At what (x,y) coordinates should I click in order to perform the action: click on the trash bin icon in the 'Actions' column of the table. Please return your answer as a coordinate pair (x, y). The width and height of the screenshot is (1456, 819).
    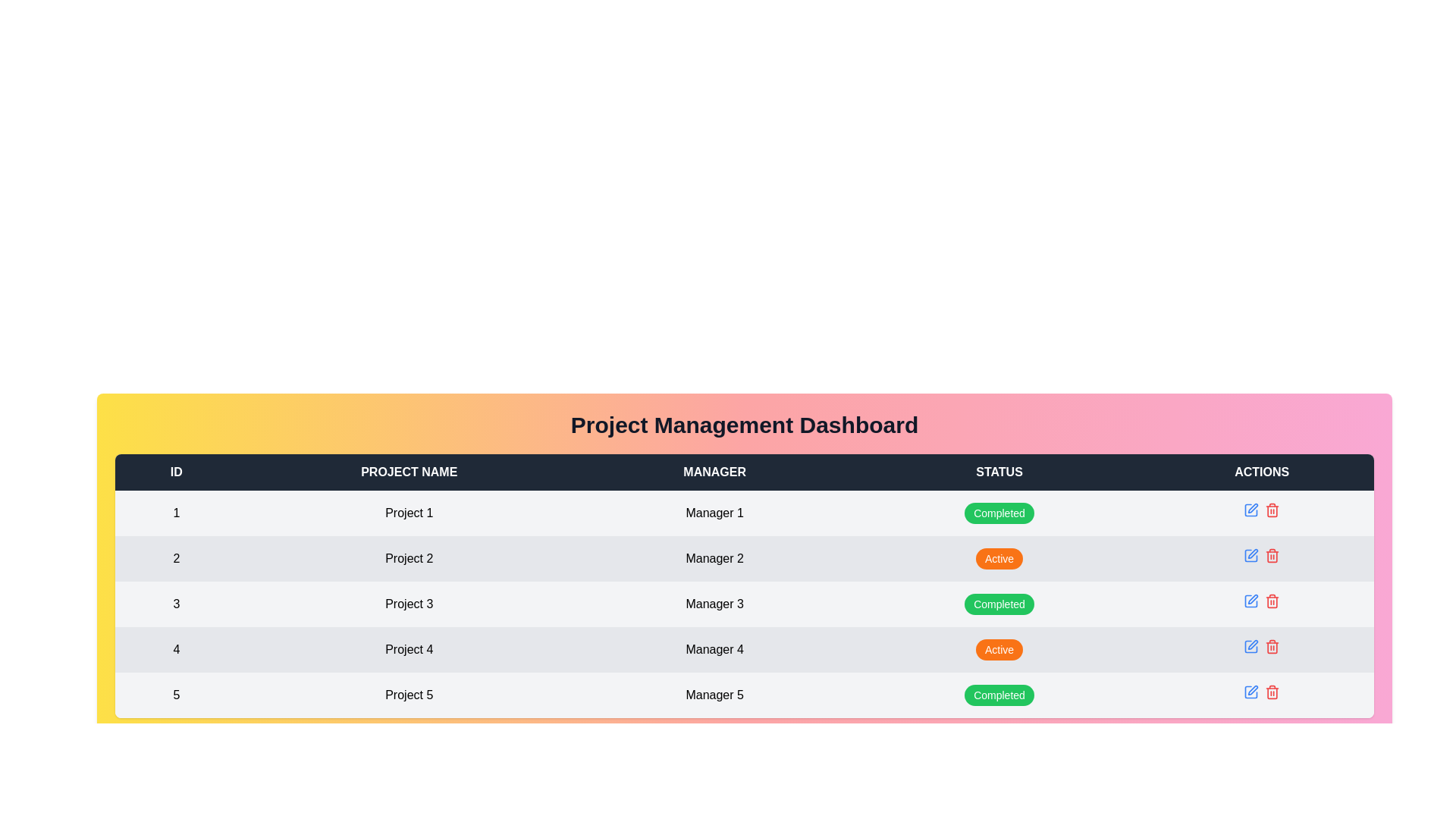
    Looking at the image, I should click on (1272, 511).